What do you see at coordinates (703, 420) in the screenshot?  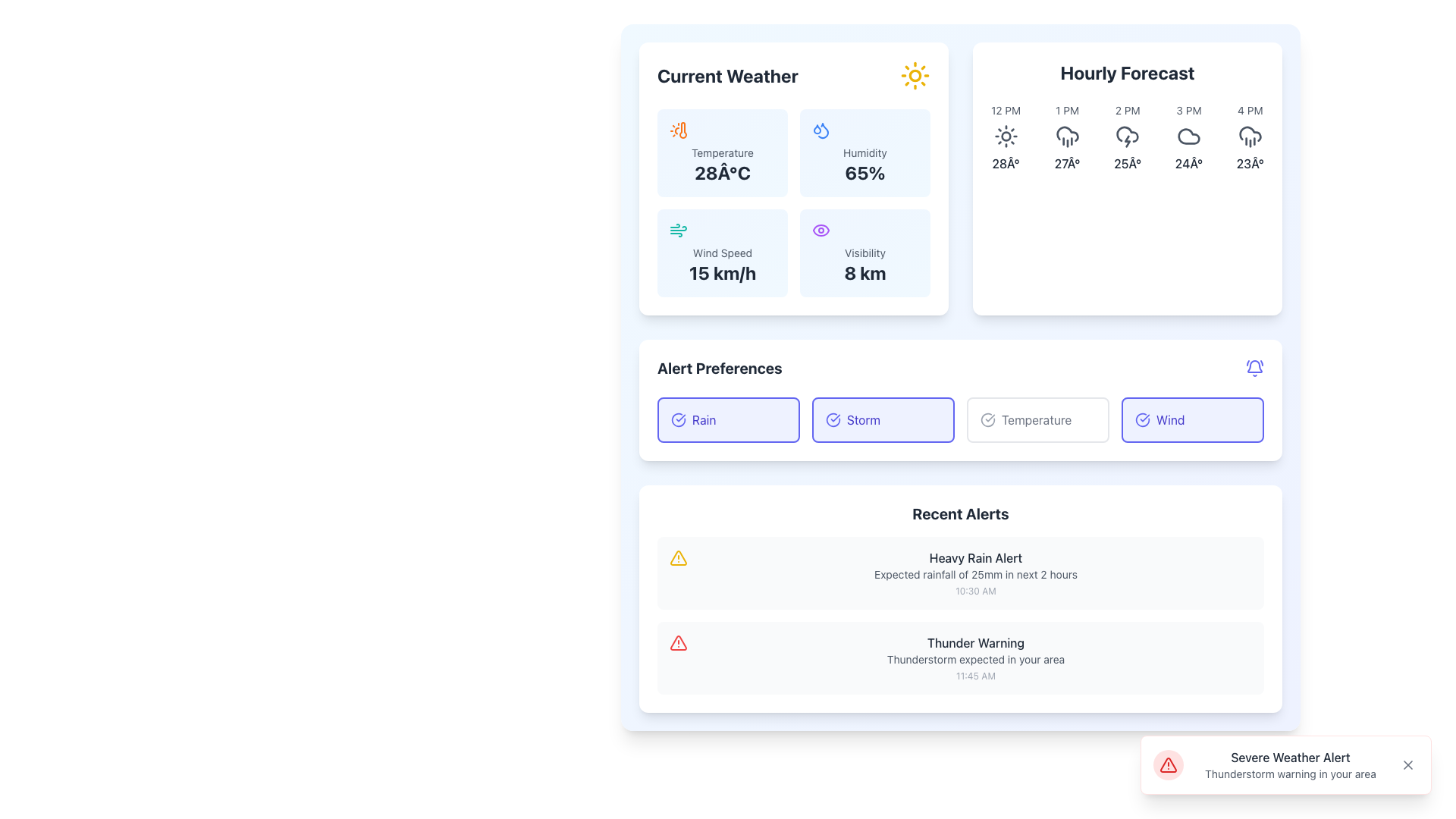 I see `the 'Rain' text label in the alert preferences section, which is the first option in a row of alert options including 'Storm,' 'Temperature,' and 'Wind.'` at bounding box center [703, 420].